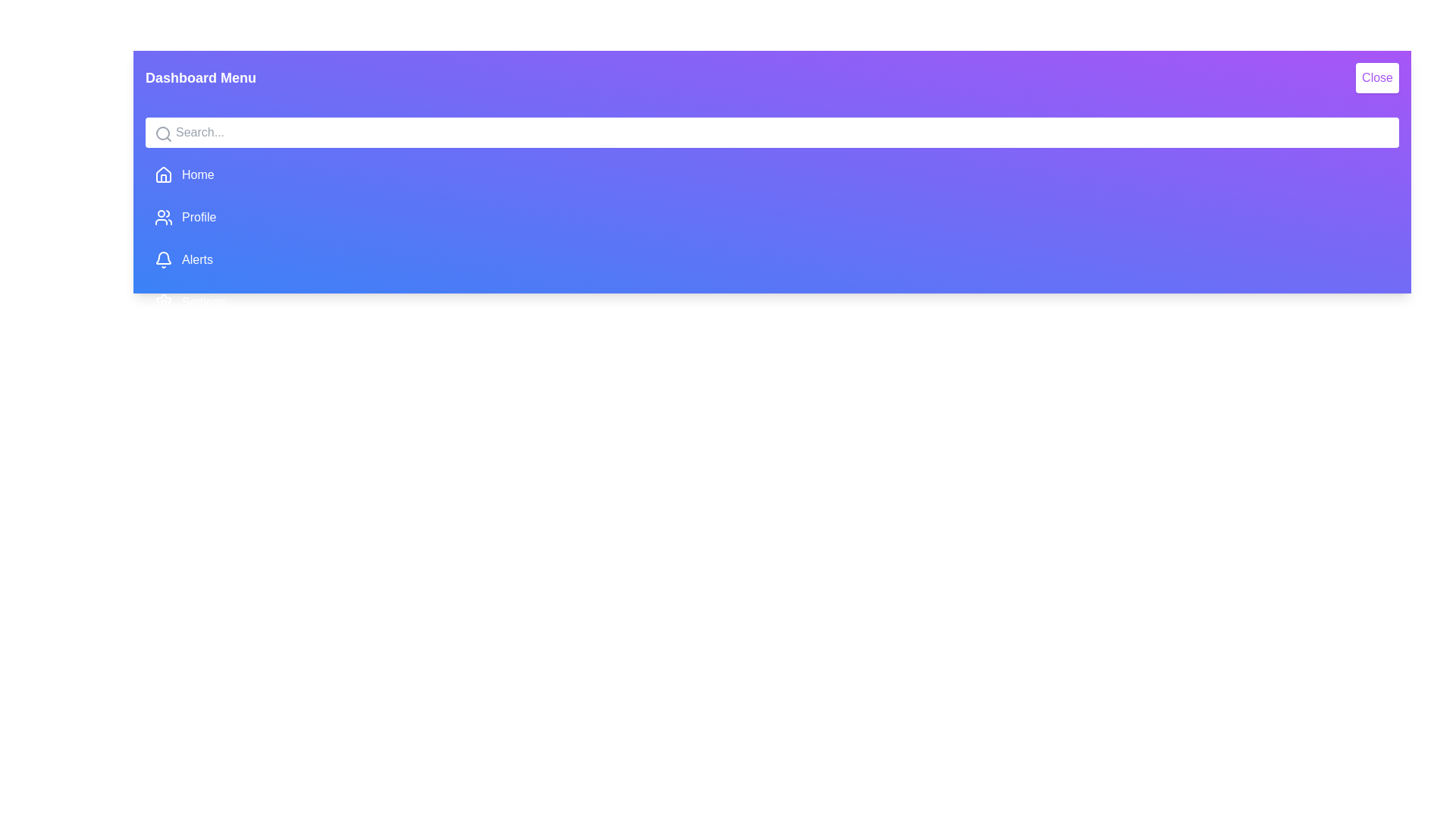 The height and width of the screenshot is (819, 1456). Describe the element at coordinates (199, 78) in the screenshot. I see `the 'Dashboard Menu' text label, which is a bold white text on a gradient purple background, located near the top-left of the header` at that location.